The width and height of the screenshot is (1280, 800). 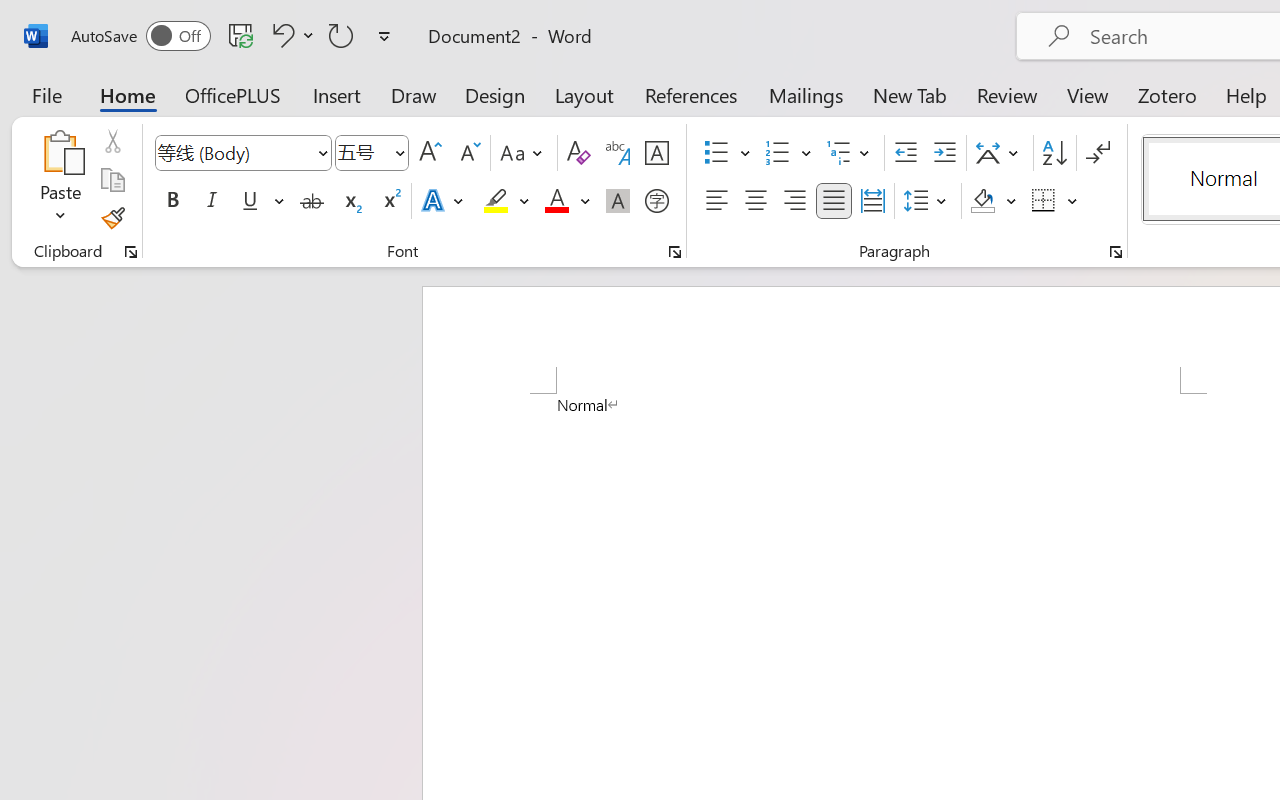 I want to click on 'Text Effects and Typography', so click(x=443, y=201).